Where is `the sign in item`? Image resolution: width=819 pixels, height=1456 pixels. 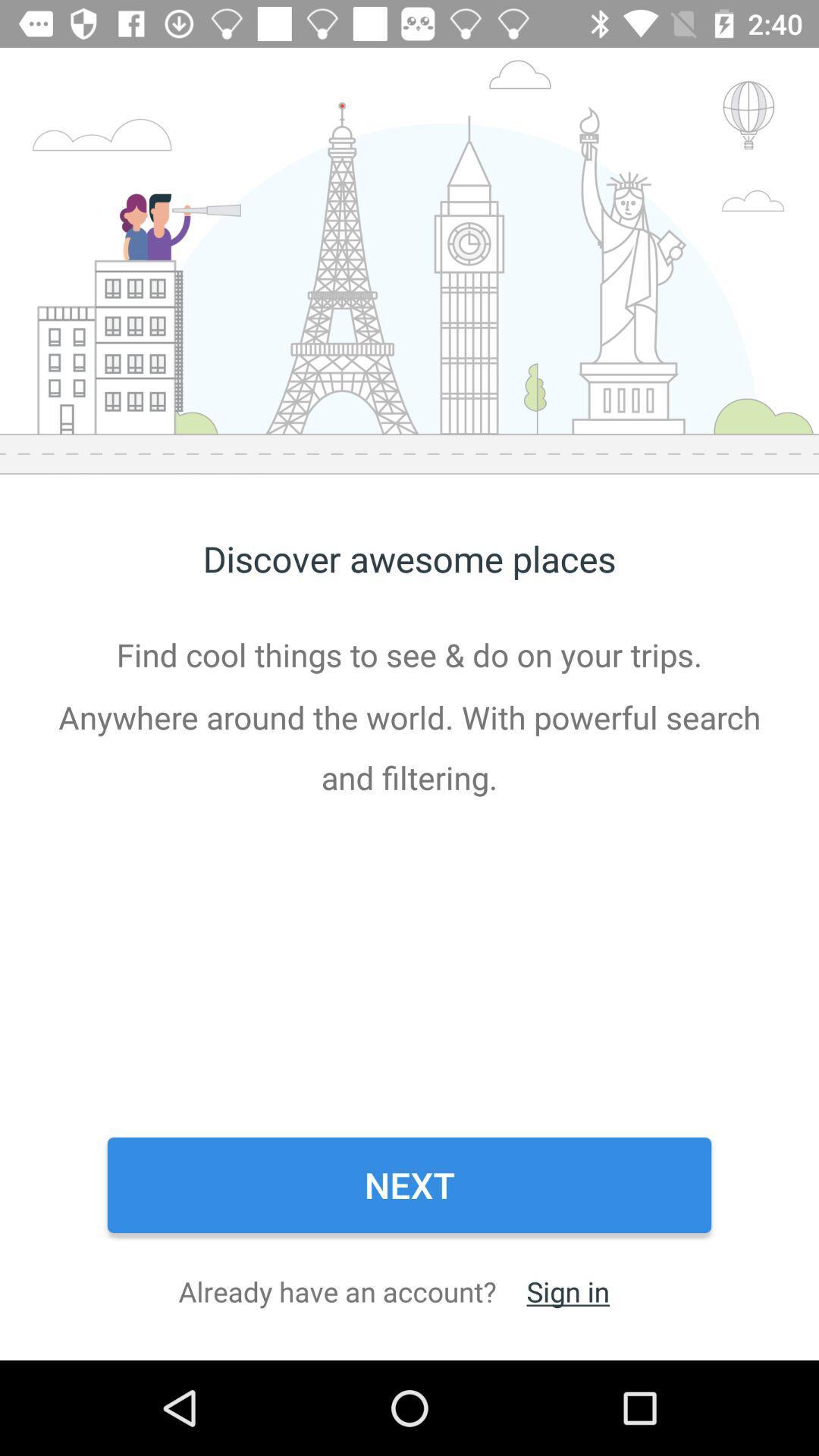 the sign in item is located at coordinates (568, 1291).